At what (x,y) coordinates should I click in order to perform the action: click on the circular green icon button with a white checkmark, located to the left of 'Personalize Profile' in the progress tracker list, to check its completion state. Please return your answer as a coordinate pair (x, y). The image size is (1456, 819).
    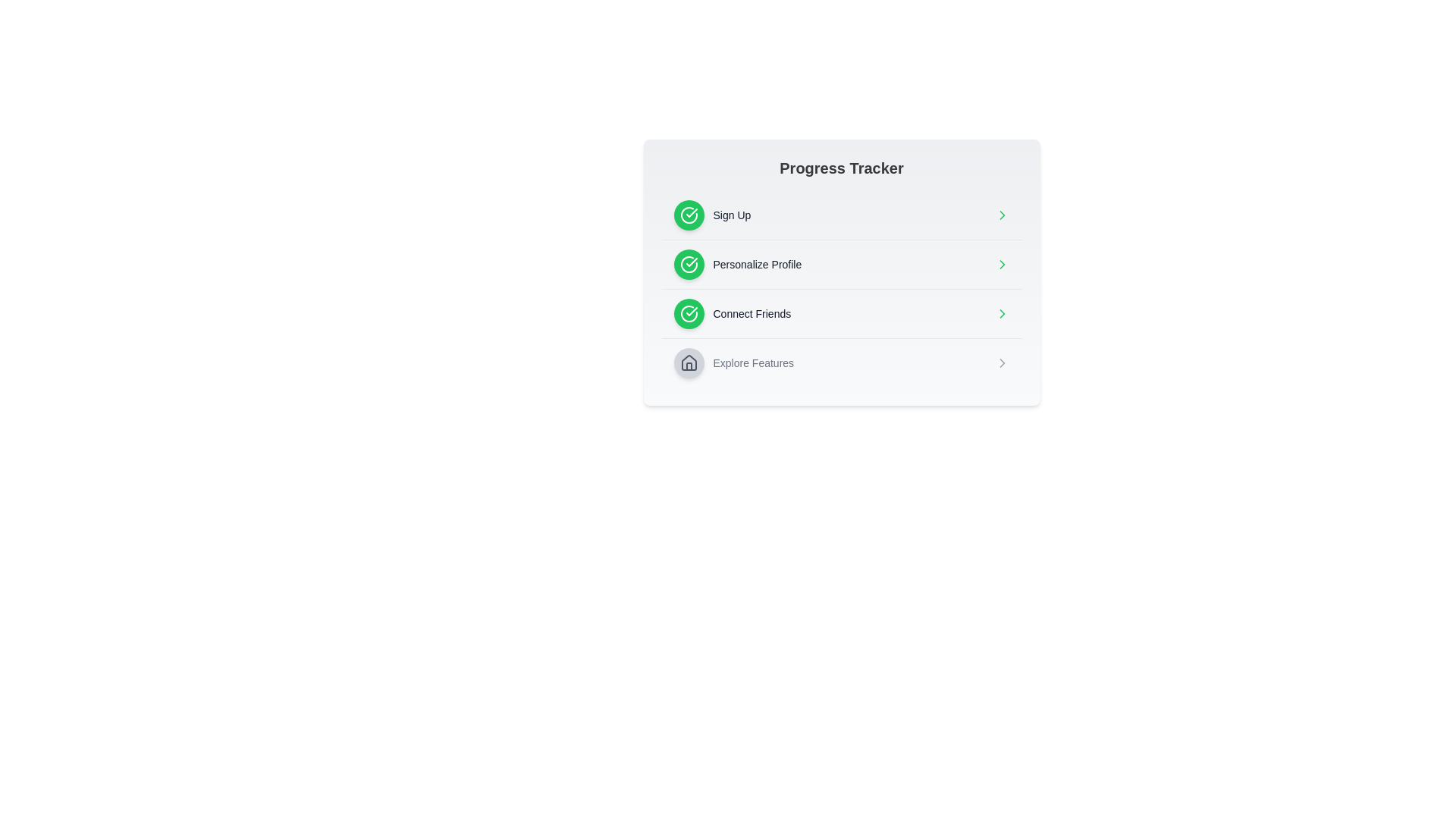
    Looking at the image, I should click on (688, 263).